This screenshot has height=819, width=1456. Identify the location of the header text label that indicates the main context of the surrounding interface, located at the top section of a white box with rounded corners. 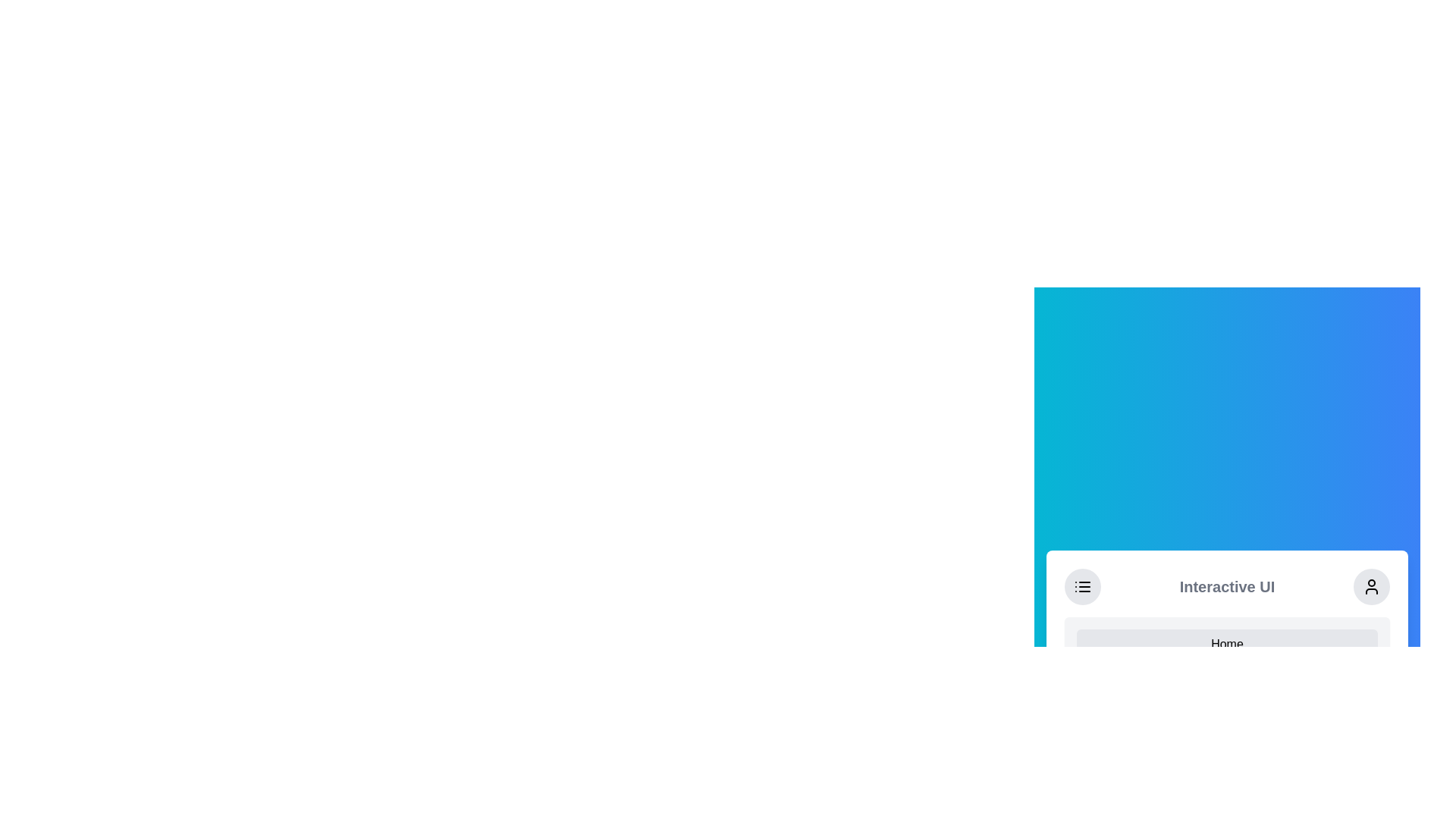
(1227, 586).